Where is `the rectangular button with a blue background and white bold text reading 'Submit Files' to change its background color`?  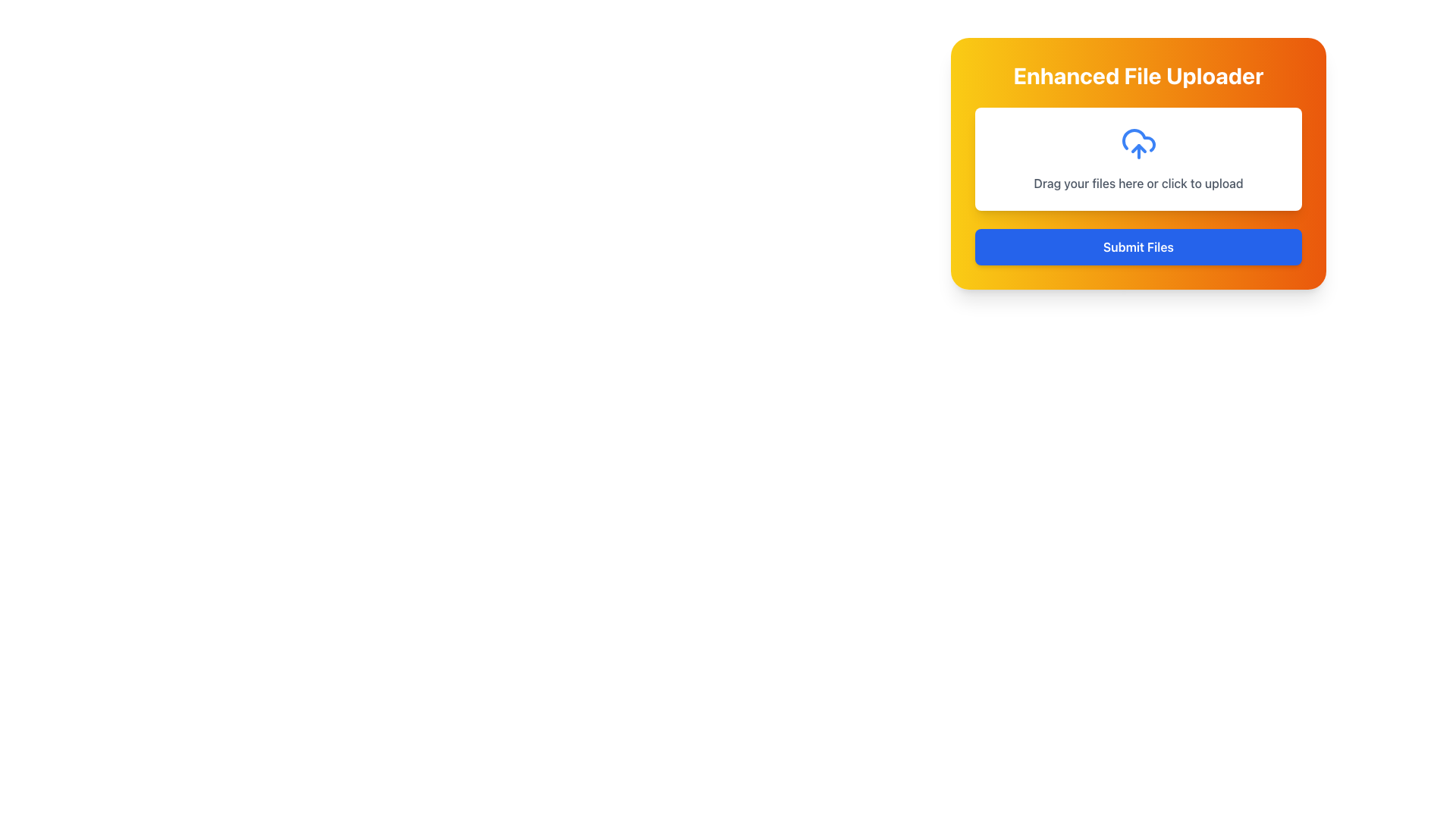
the rectangular button with a blue background and white bold text reading 'Submit Files' to change its background color is located at coordinates (1138, 246).